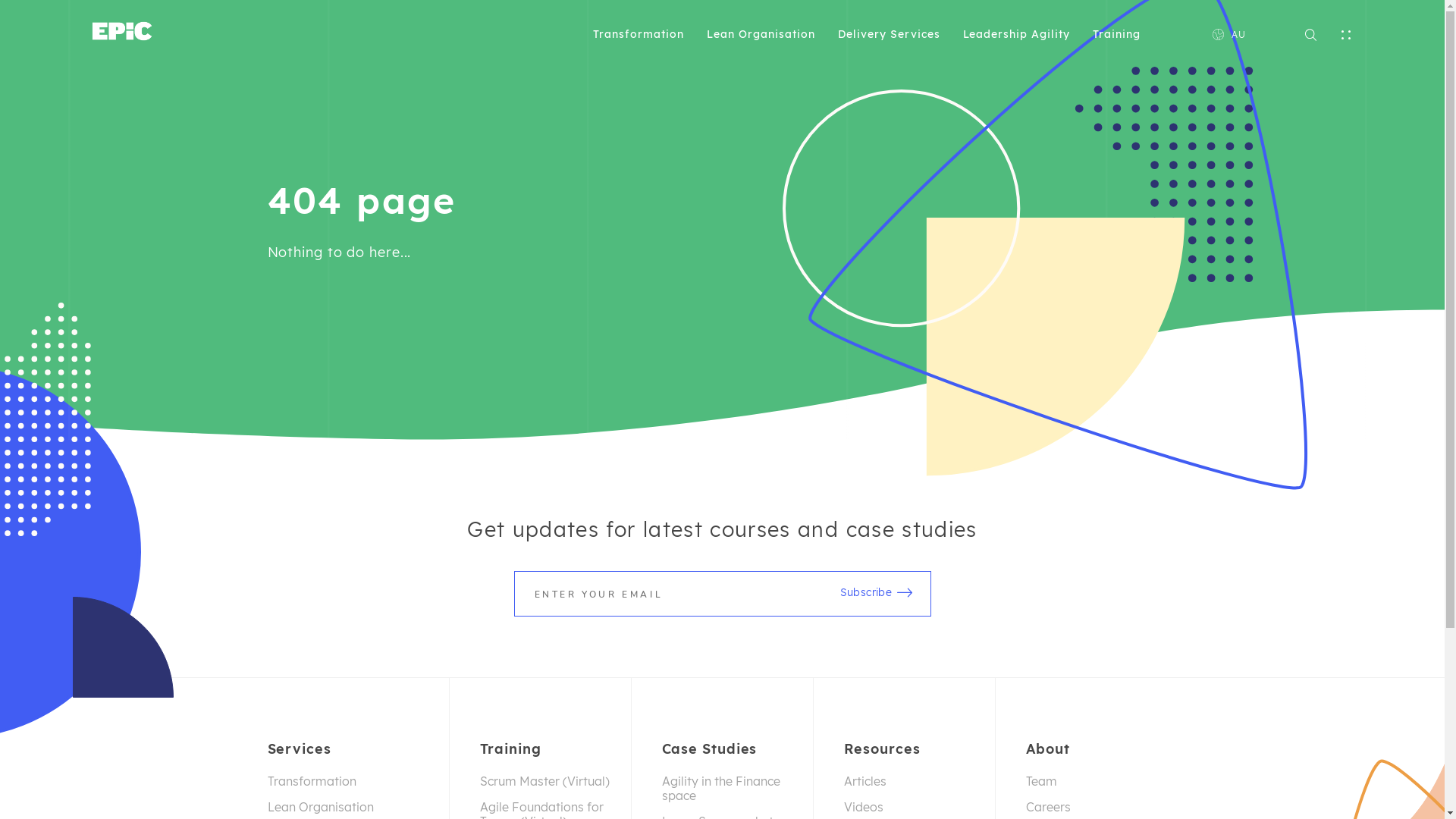 The image size is (1456, 819). Describe the element at coordinates (1016, 34) in the screenshot. I see `'Leadership Agility'` at that location.